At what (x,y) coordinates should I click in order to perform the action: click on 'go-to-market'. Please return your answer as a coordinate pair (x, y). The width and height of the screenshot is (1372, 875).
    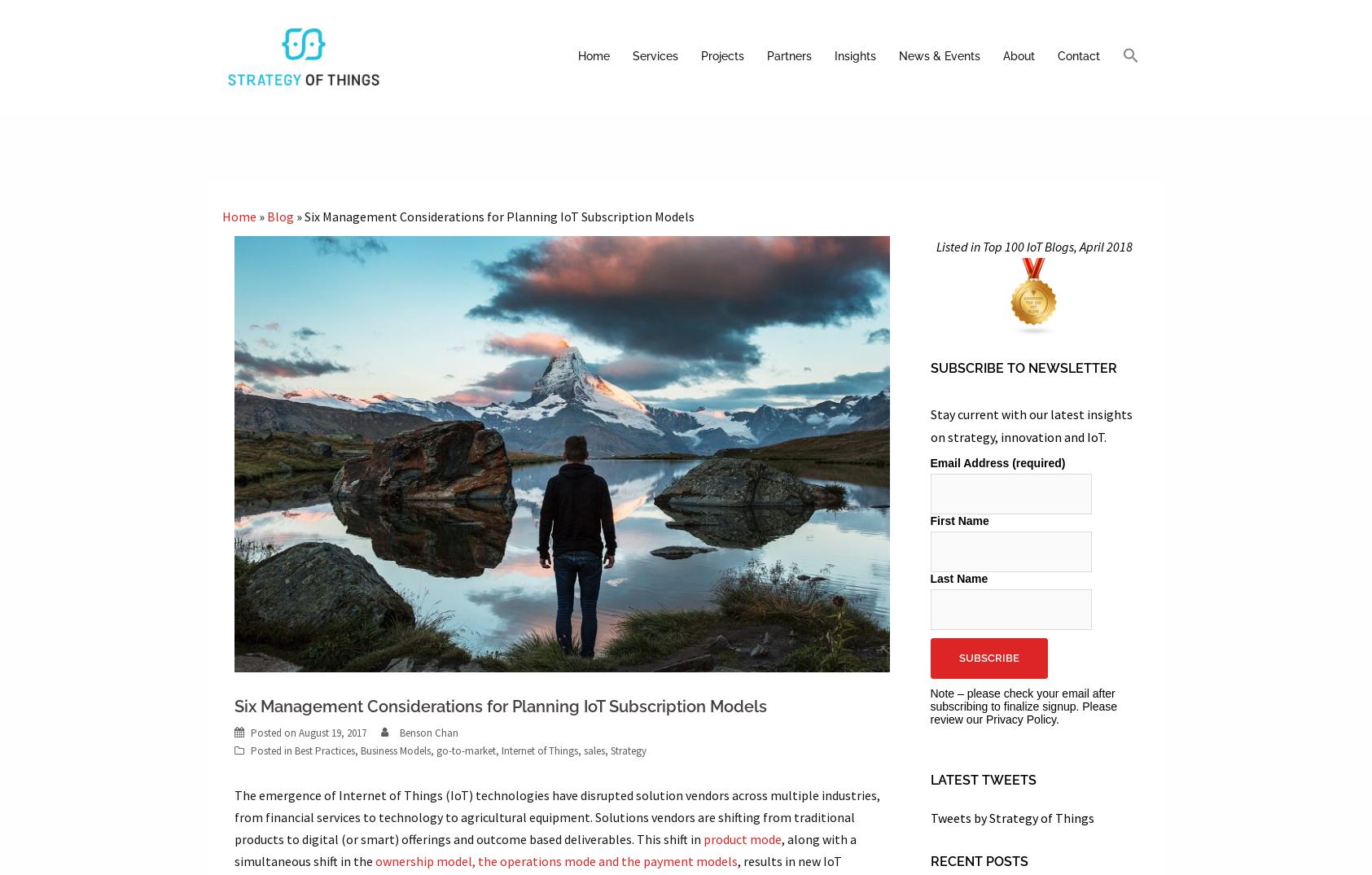
    Looking at the image, I should click on (465, 749).